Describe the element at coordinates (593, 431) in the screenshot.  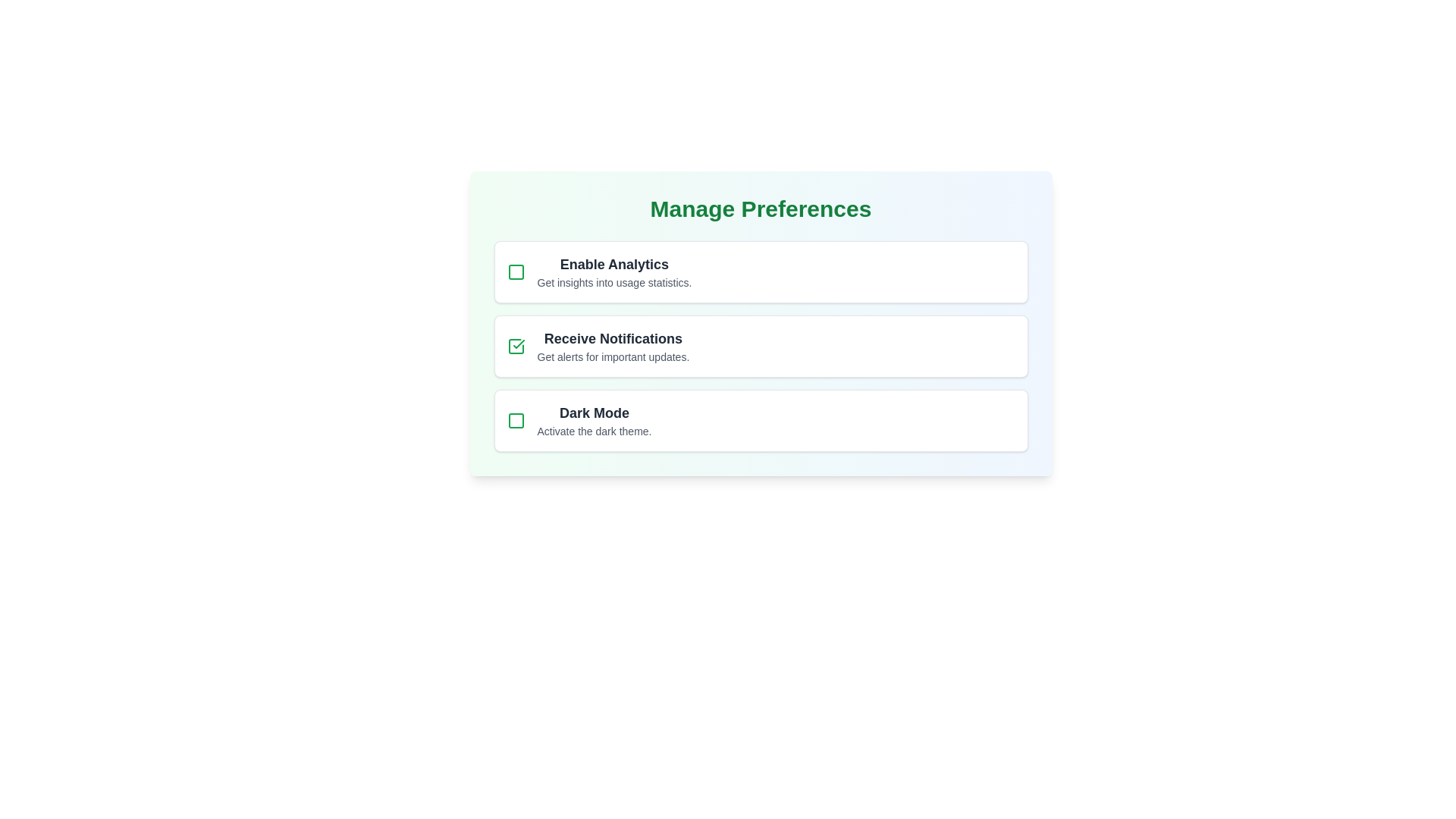
I see `the informative text label located beneath the 'Dark Mode' heading in the preferences panel, which provides context about the dark theme option` at that location.